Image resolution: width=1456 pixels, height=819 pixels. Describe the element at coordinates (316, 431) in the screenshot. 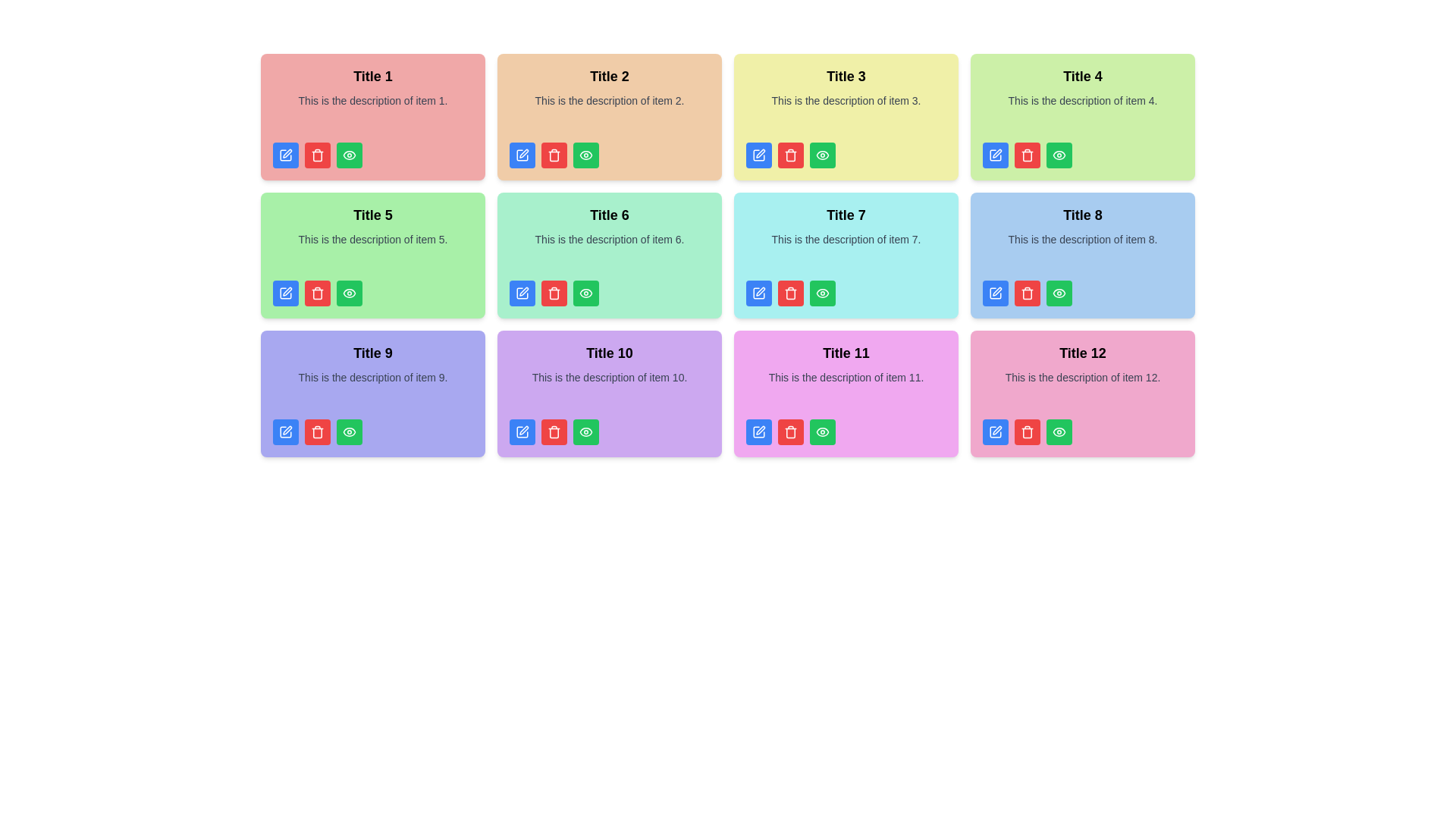

I see `the interactive trash icon, which is the second icon from the left in the bottom row of buttons within the card titled 'Title 9', to initiate the delete function` at that location.